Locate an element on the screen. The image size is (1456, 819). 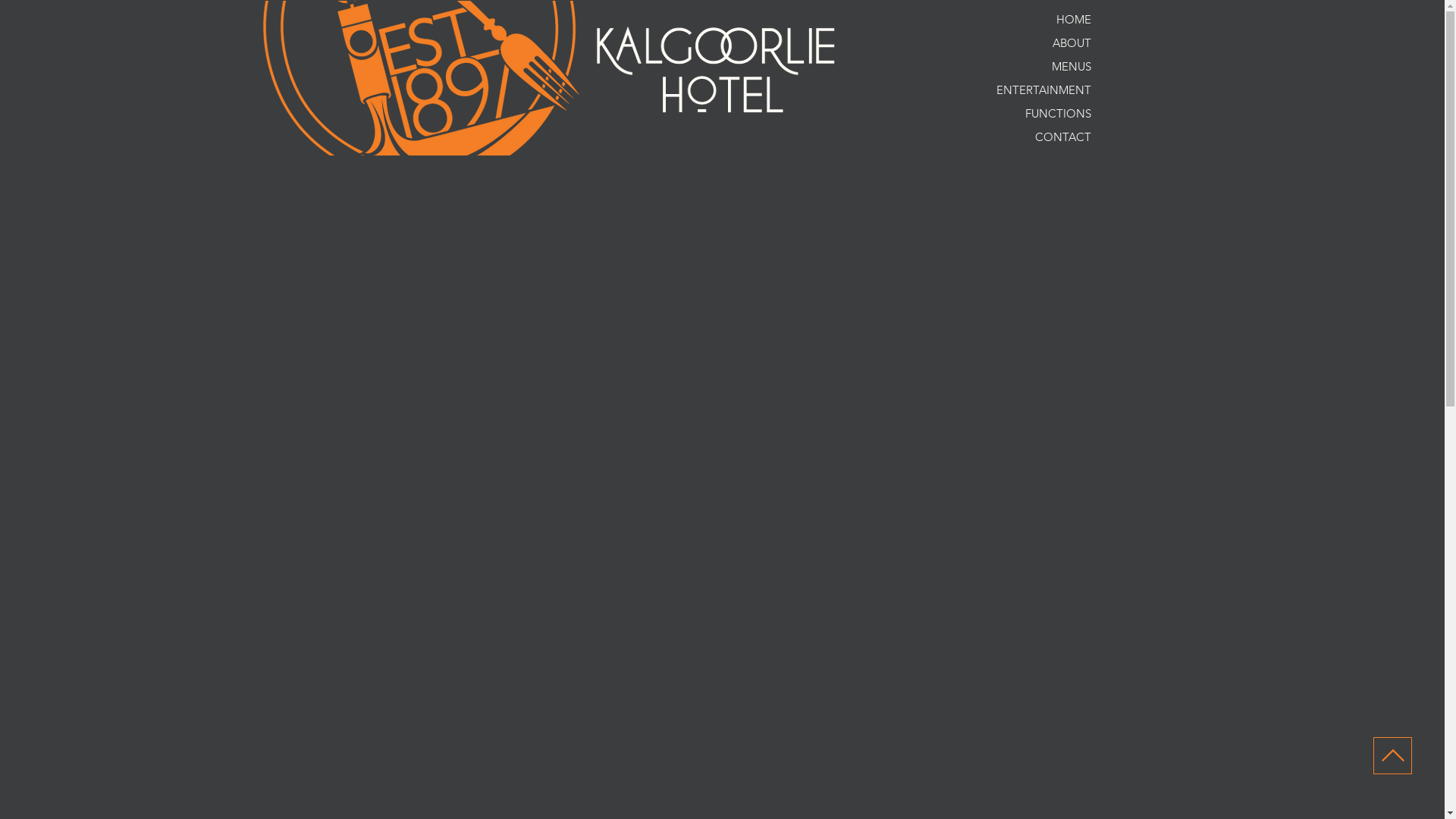
'HOME' is located at coordinates (962, 19).